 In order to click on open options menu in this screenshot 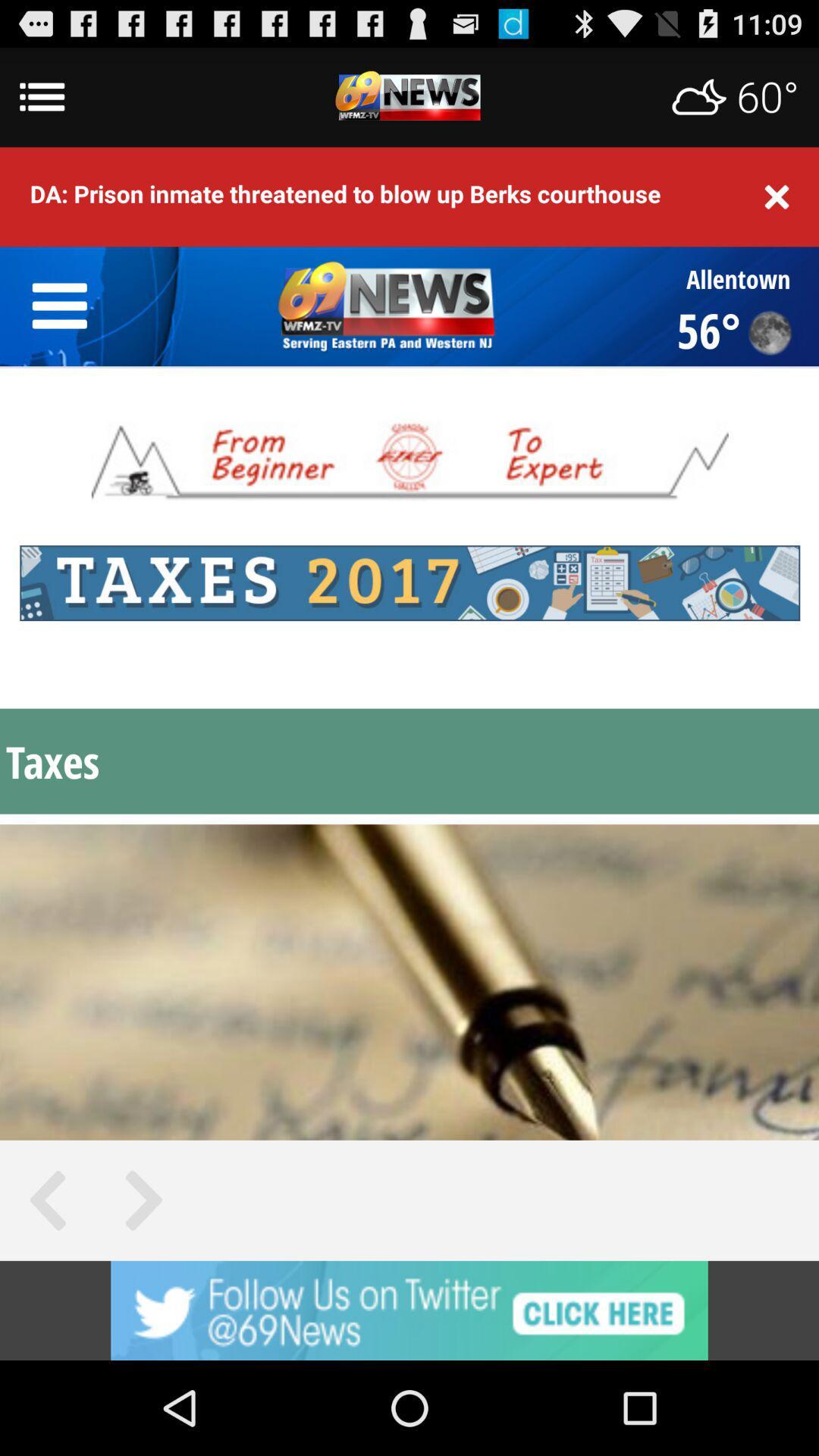, I will do `click(409, 96)`.